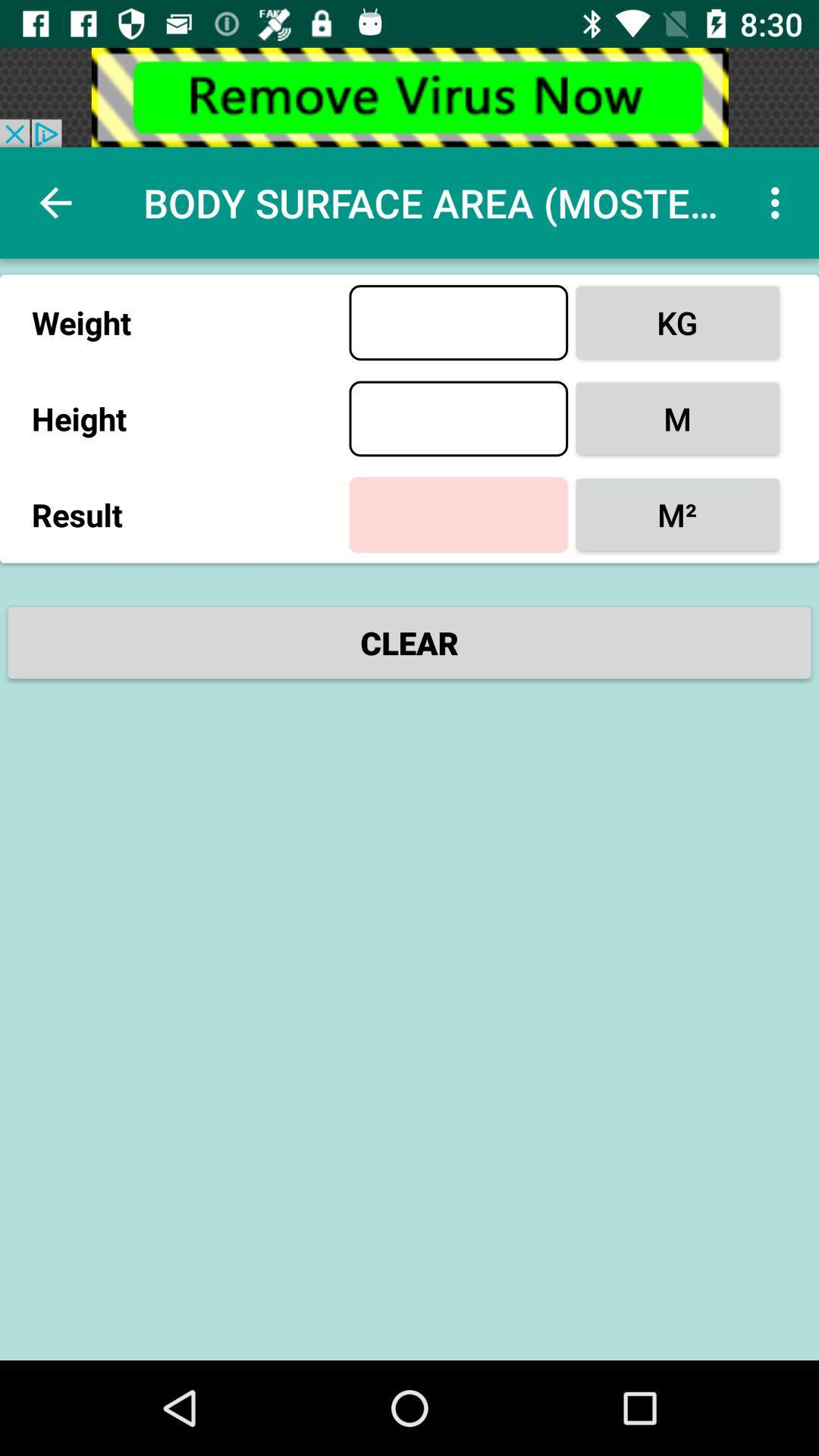 The height and width of the screenshot is (1456, 819). I want to click on weight enter option, so click(457, 322).